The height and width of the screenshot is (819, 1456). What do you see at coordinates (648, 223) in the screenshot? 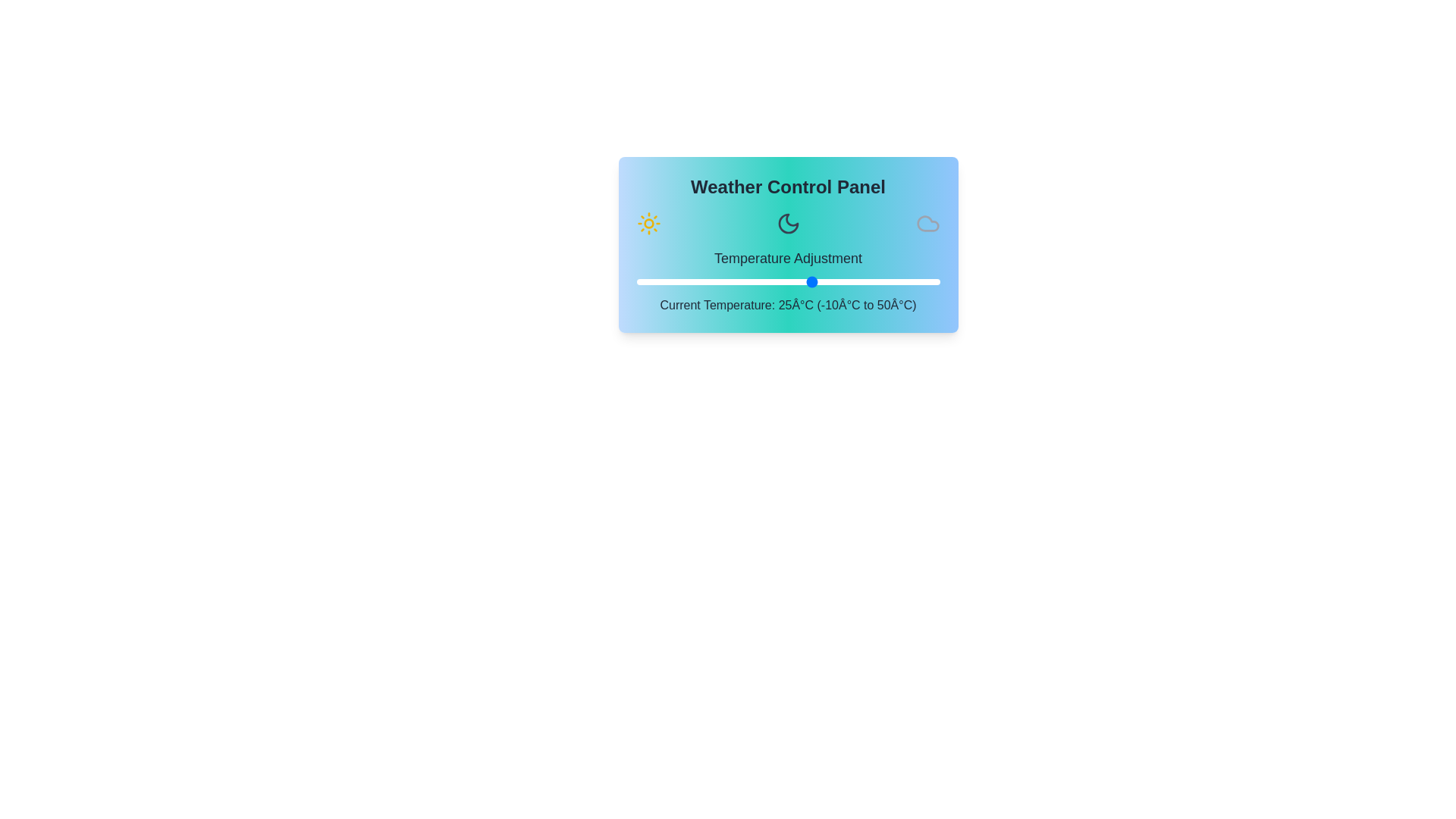
I see `the sun icon to interact with it` at bounding box center [648, 223].